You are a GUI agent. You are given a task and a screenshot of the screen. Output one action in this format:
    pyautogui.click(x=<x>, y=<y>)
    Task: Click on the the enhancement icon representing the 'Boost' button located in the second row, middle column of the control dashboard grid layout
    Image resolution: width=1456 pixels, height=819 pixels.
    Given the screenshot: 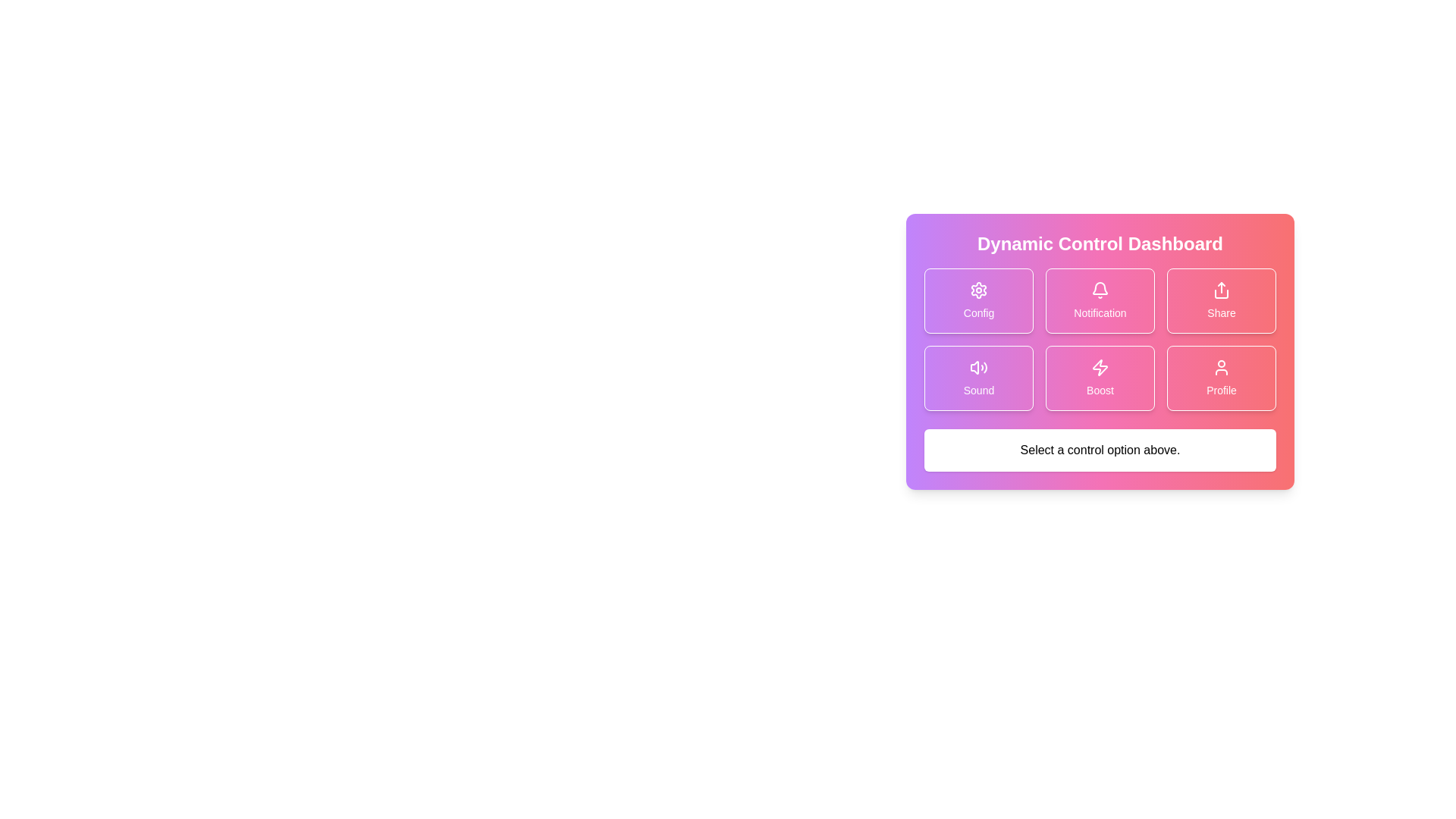 What is the action you would take?
    pyautogui.click(x=1100, y=368)
    